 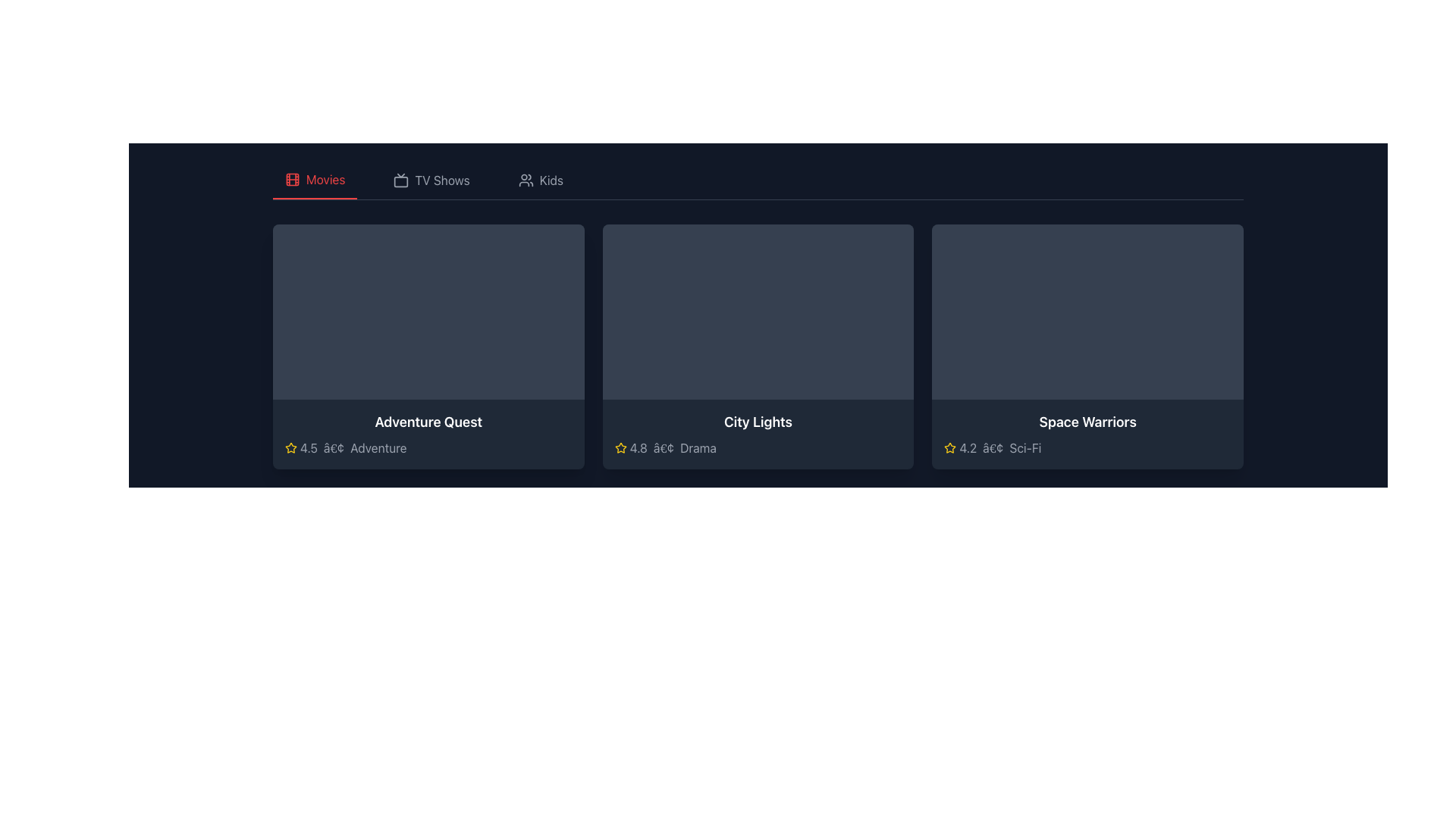 What do you see at coordinates (1087, 311) in the screenshot?
I see `the Visual Placeholder (Div Element) that has a gradient grey background, located in the upper portion of the card labeled 'Space Warriors'` at bounding box center [1087, 311].